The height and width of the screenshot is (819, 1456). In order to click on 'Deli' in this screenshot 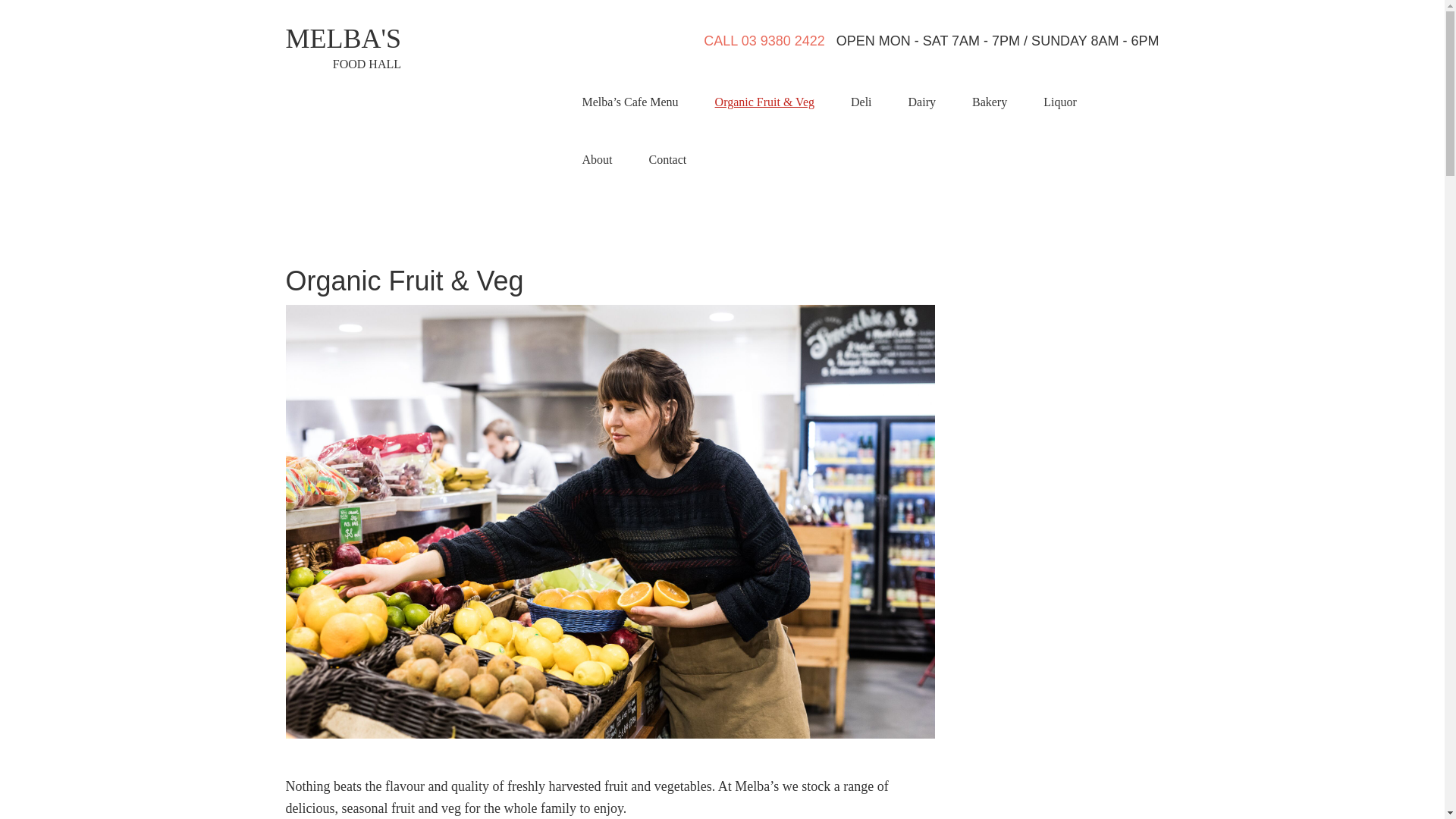, I will do `click(861, 102)`.